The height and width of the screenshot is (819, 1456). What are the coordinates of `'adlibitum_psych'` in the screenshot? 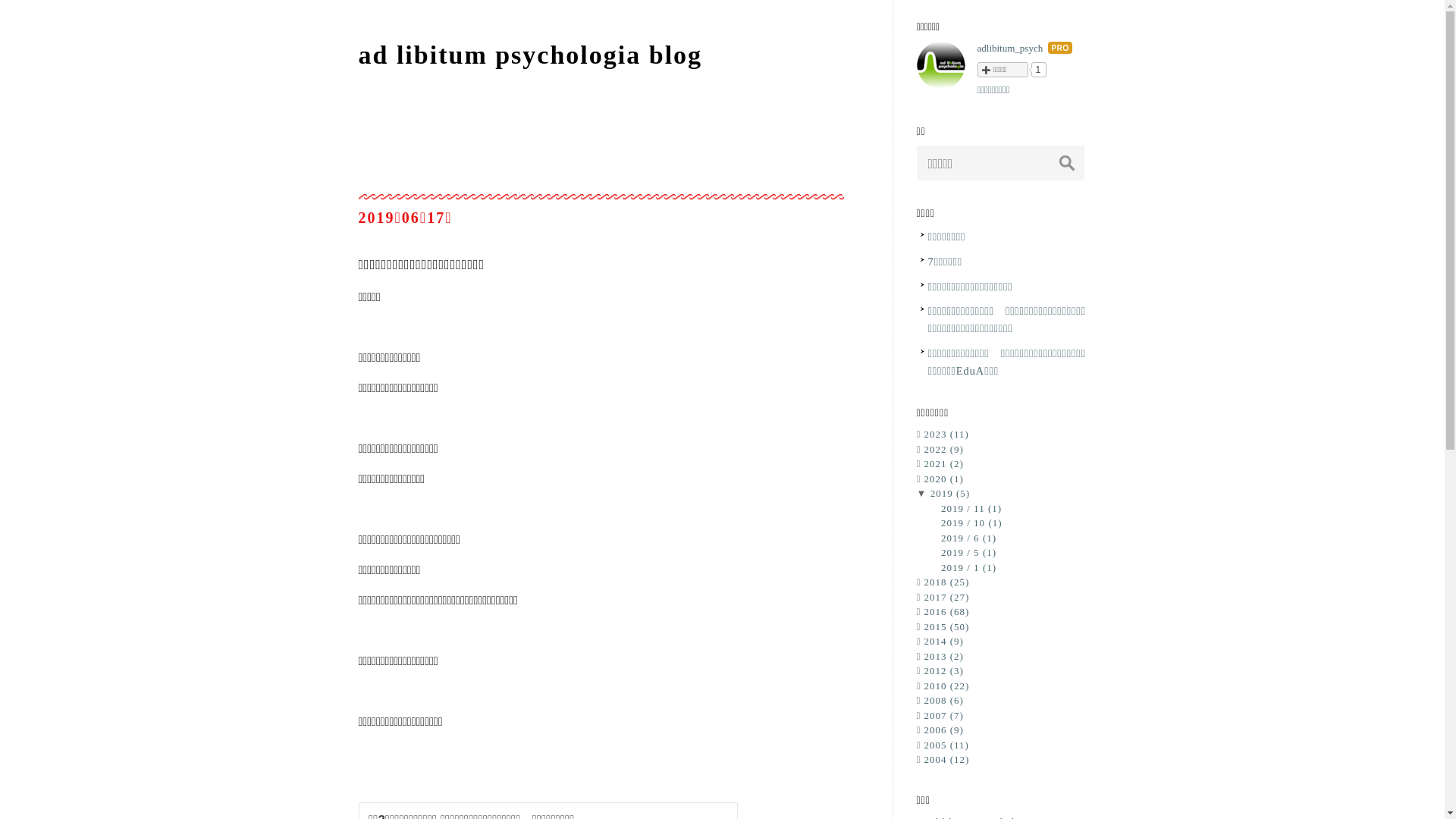 It's located at (976, 47).